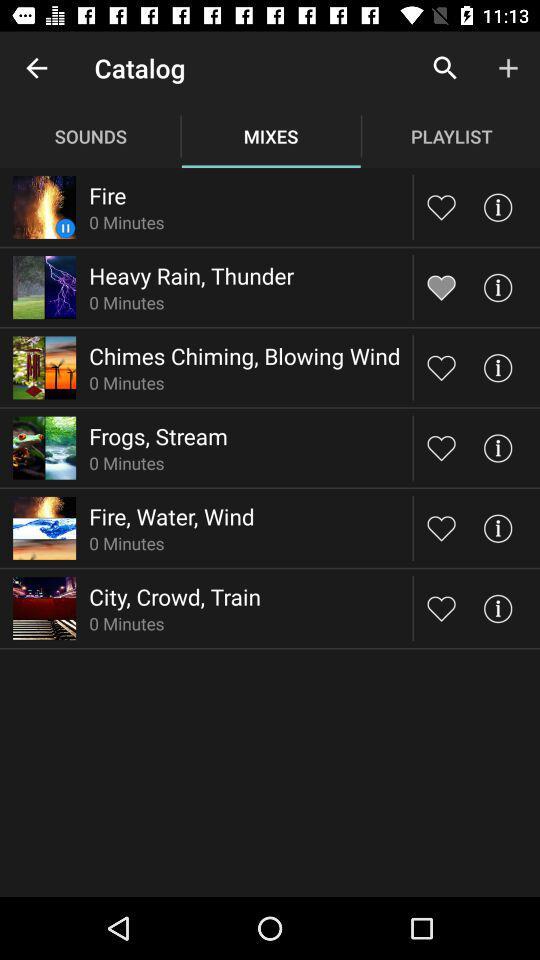 This screenshot has height=960, width=540. Describe the element at coordinates (441, 366) in the screenshot. I see `love third song down` at that location.